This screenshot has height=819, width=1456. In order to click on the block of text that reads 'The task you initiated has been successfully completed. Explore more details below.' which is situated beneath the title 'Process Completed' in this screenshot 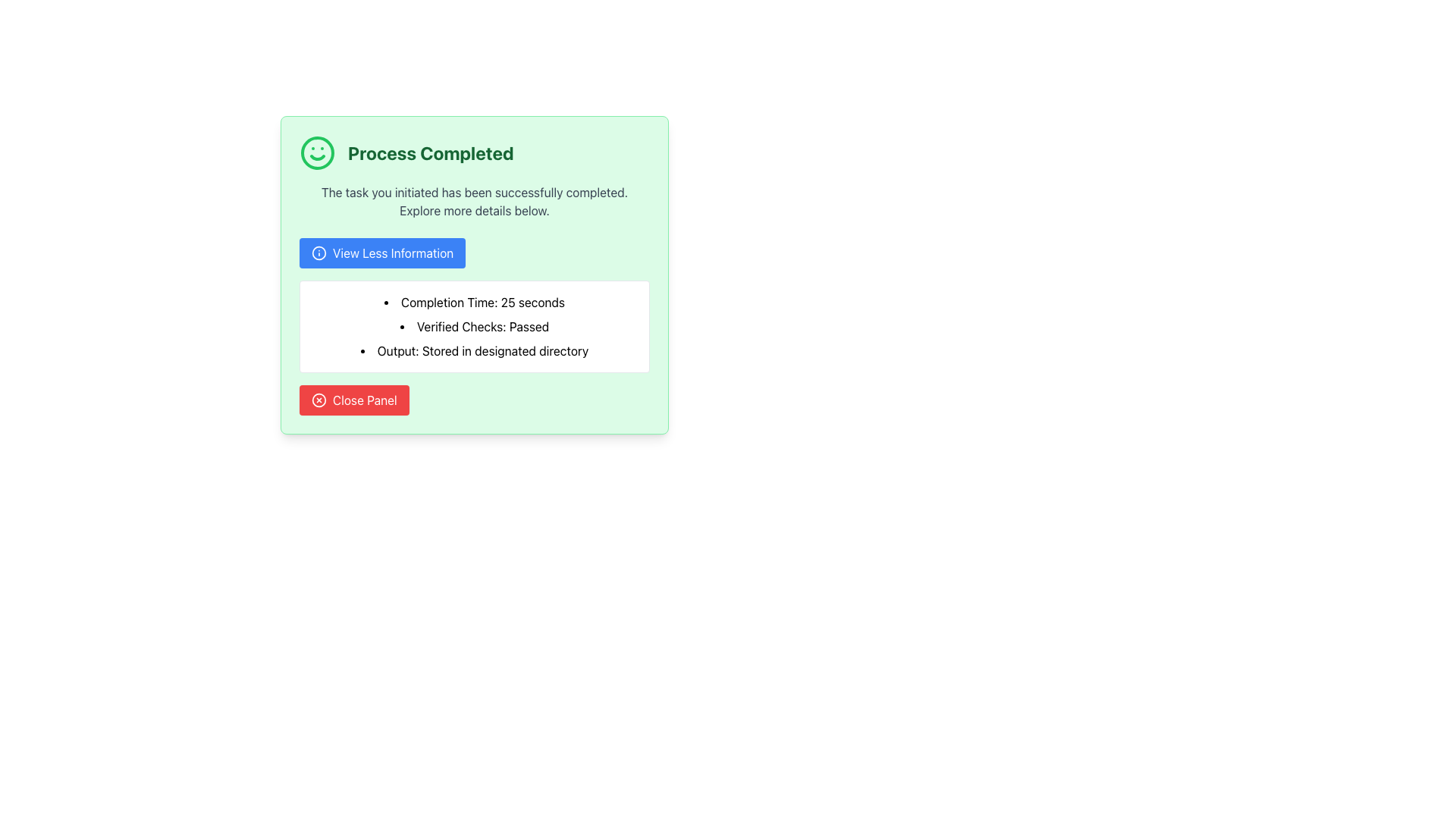, I will do `click(473, 201)`.